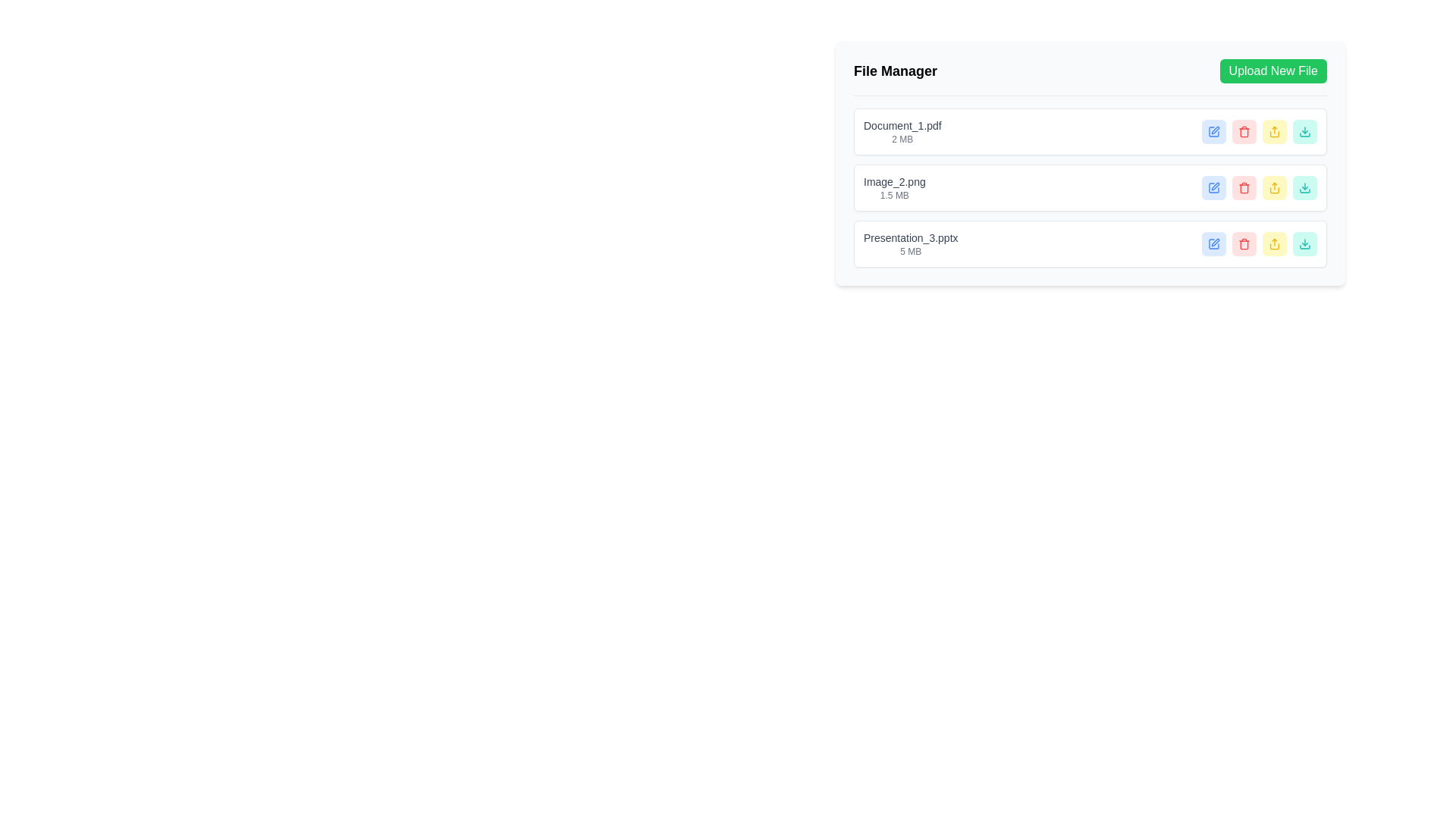 The width and height of the screenshot is (1456, 819). I want to click on the download icon button located at the far right of the file list interface, within a teal-colored circular background, to initiate the download of 'Presentation_3.pptx', so click(1304, 130).